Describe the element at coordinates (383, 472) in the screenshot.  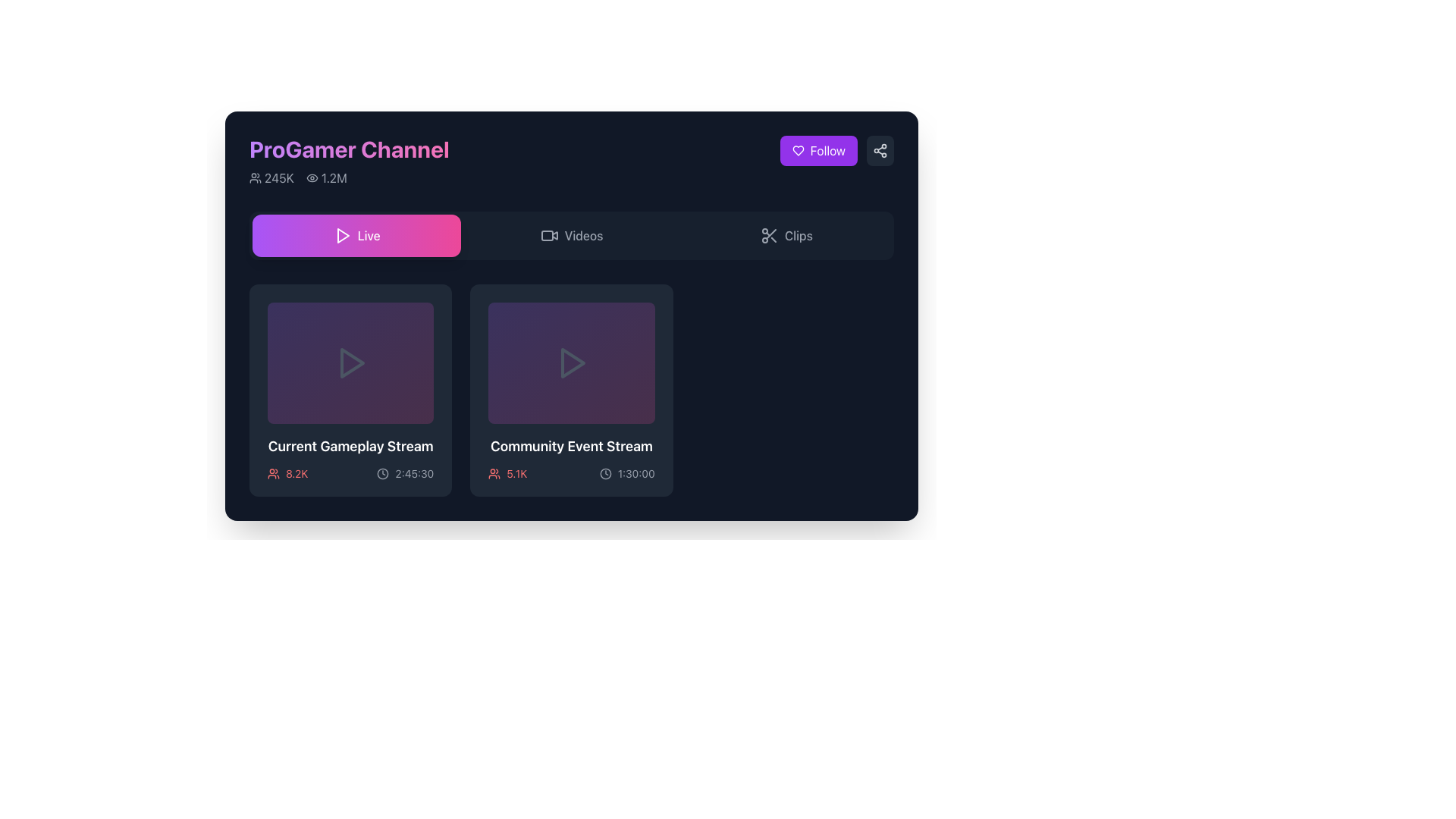
I see `the minimalist clock icon located to the left of the time text '2:45:30' in the lower section of the livestream card` at that location.